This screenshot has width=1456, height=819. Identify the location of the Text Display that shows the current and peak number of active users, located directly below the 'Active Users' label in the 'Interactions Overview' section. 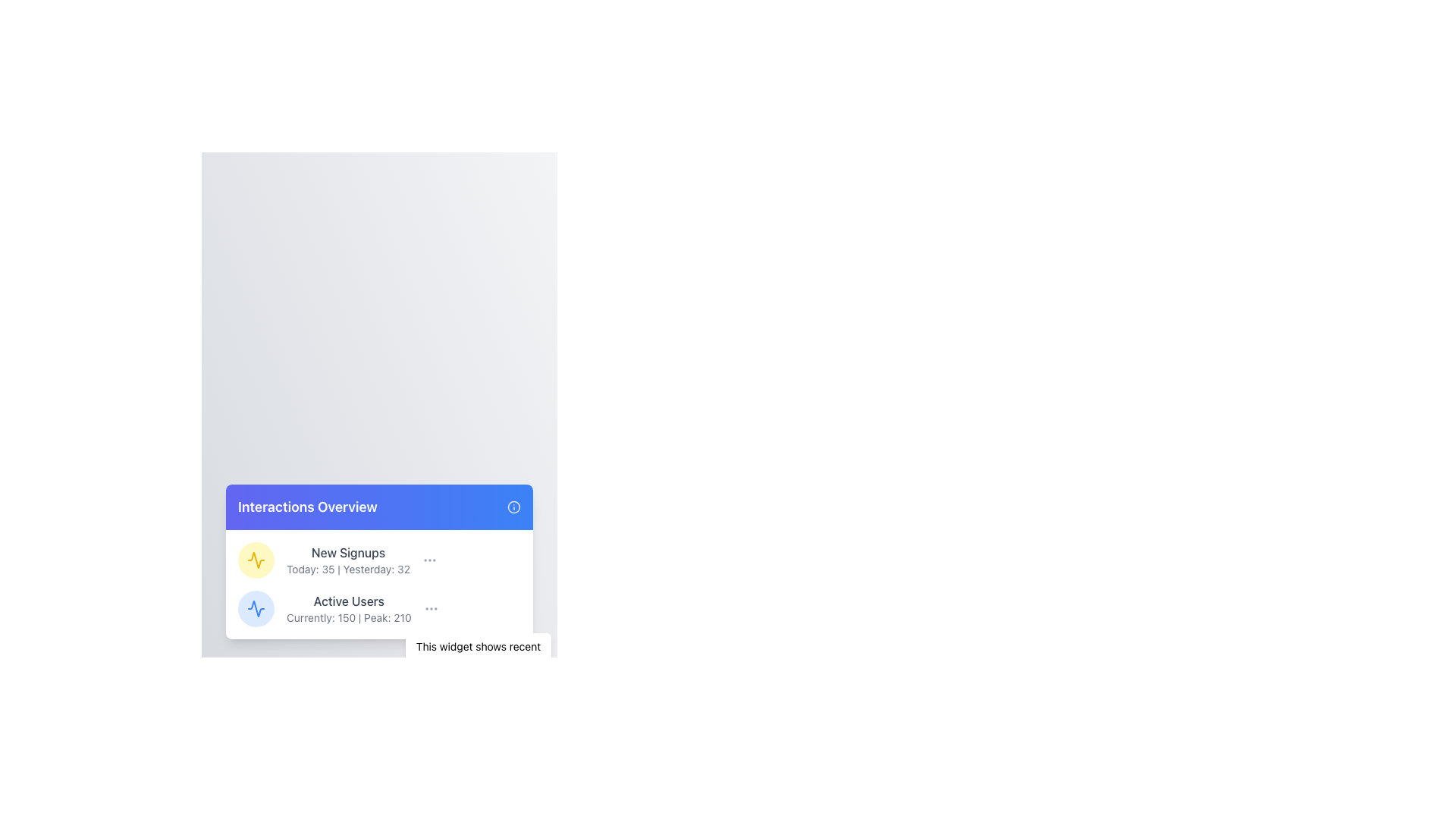
(348, 617).